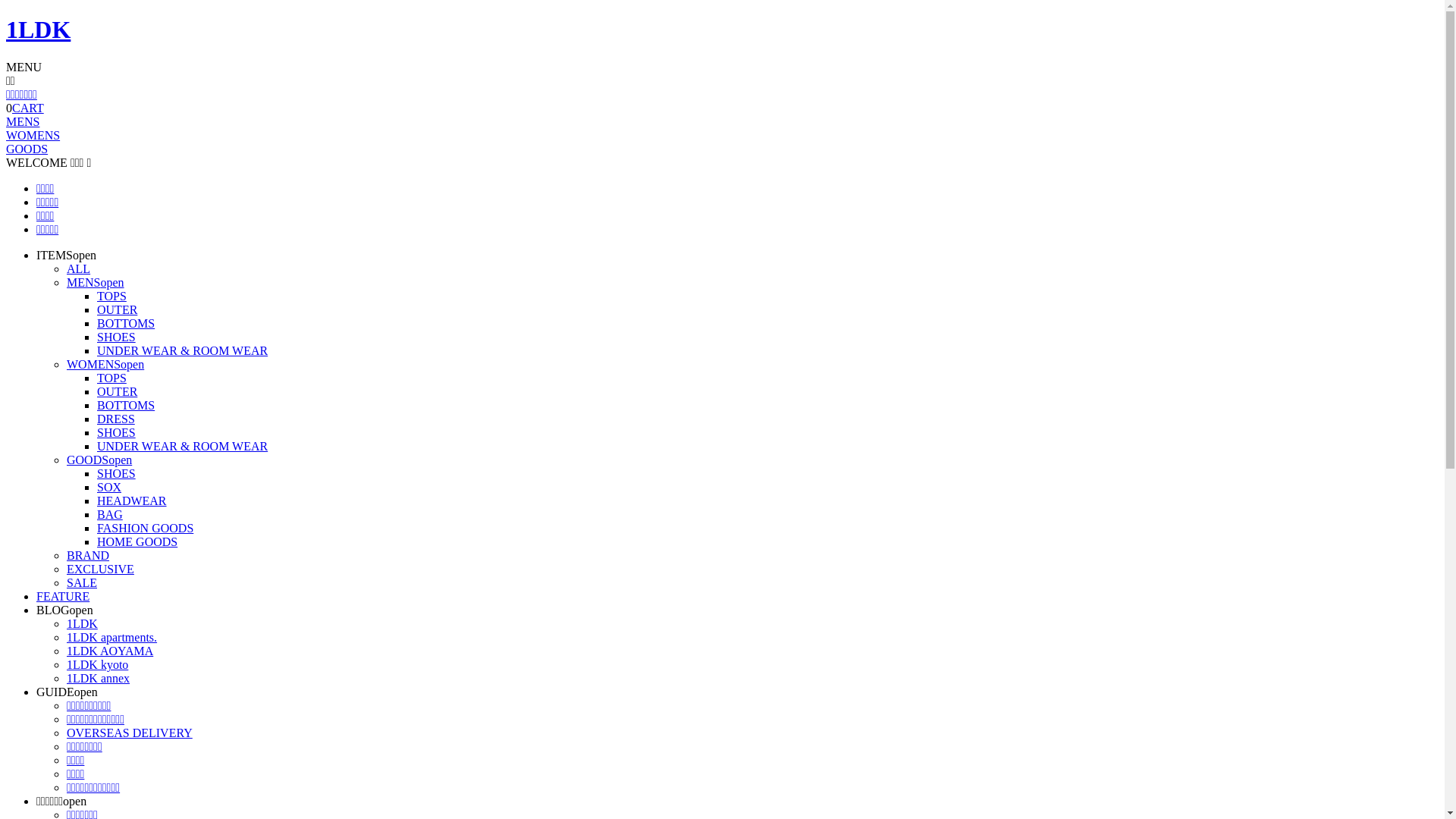  Describe the element at coordinates (96, 527) in the screenshot. I see `'FASHION GOODS'` at that location.